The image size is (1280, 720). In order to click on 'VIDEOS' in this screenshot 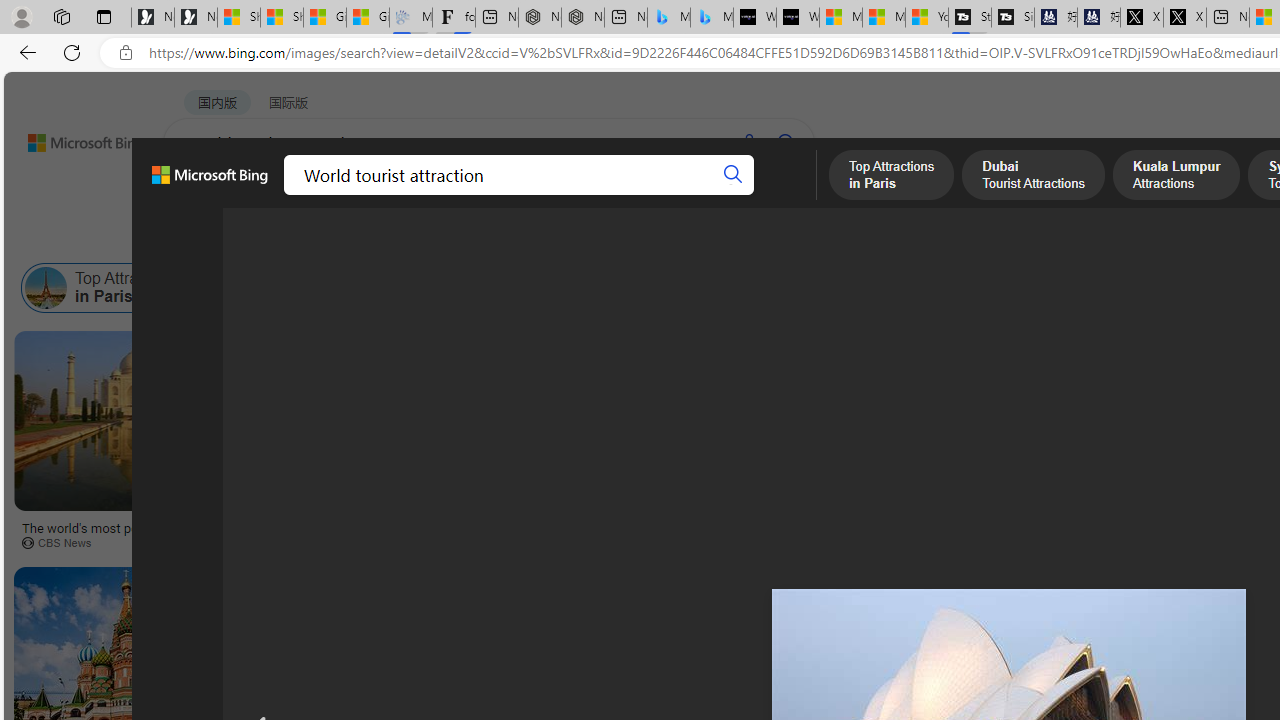, I will do `click(457, 195)`.